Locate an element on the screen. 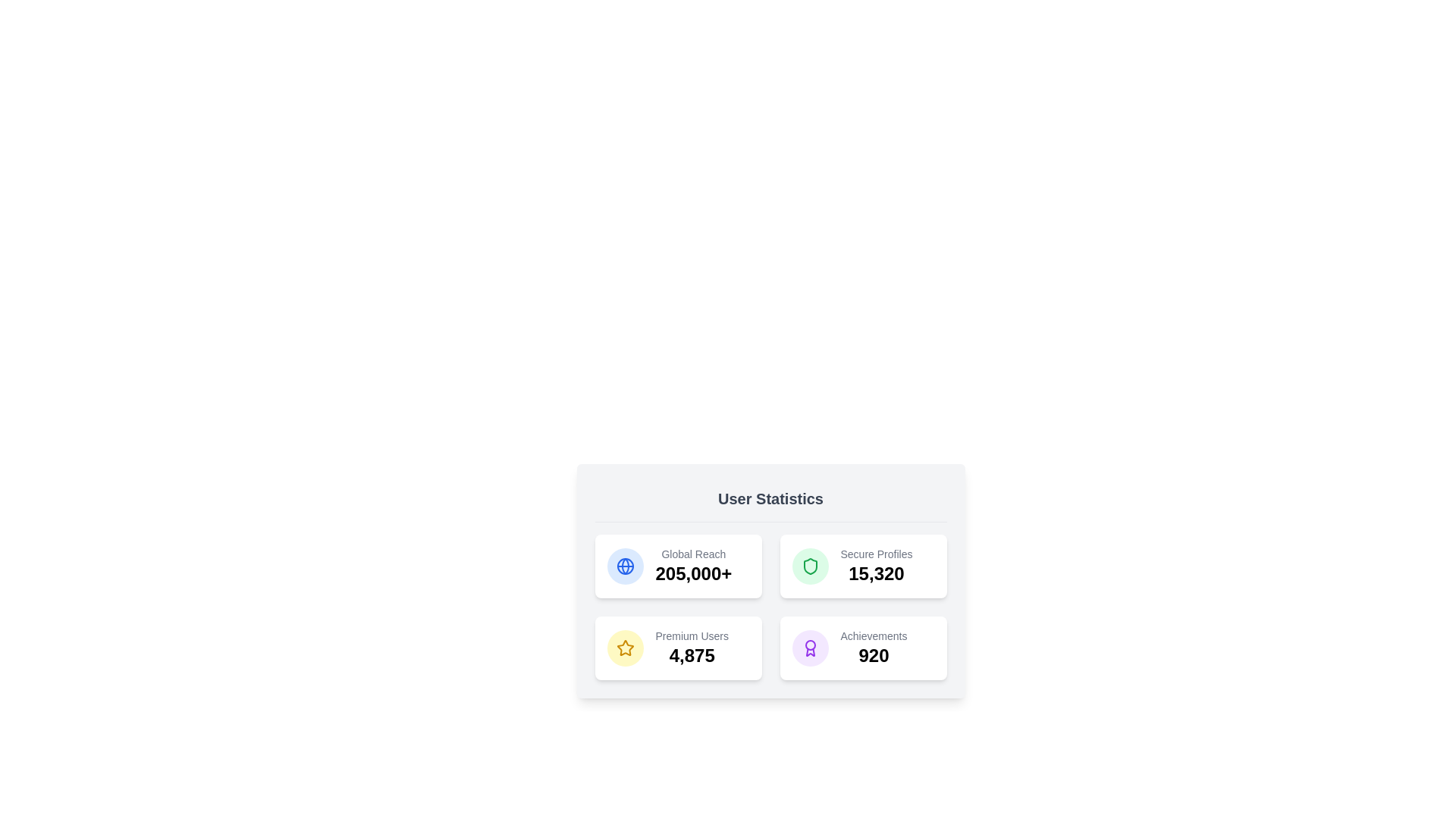 The image size is (1456, 819). text displayed in the Statistical Display that shows 'Premium Users' and the number '4,875', located in the third item of the grid within the 'User Statistics' card is located at coordinates (691, 648).